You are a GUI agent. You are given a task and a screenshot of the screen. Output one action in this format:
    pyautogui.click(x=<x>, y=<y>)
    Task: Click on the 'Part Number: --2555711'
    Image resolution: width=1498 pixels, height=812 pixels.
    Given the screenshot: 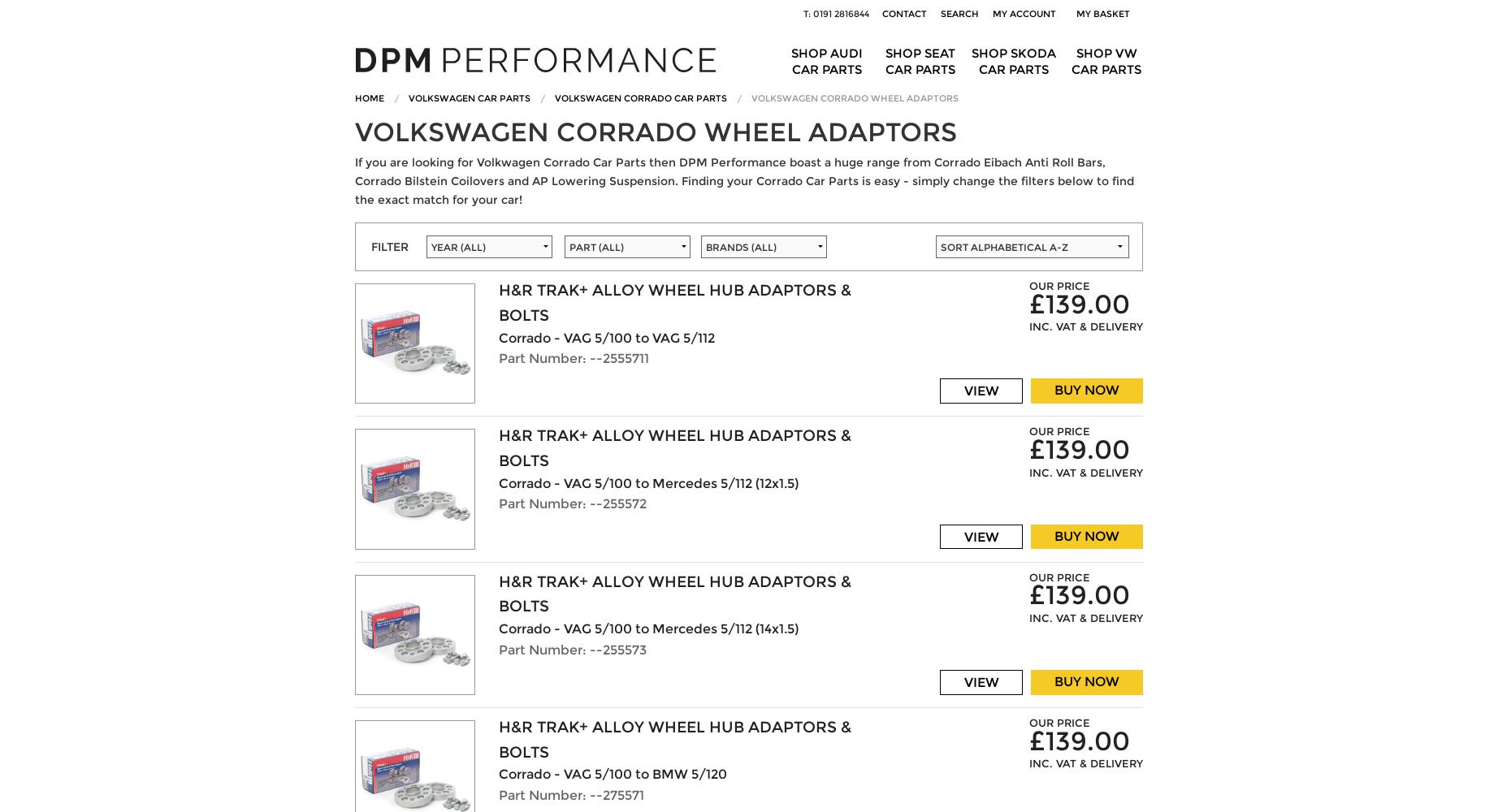 What is the action you would take?
    pyautogui.click(x=573, y=357)
    